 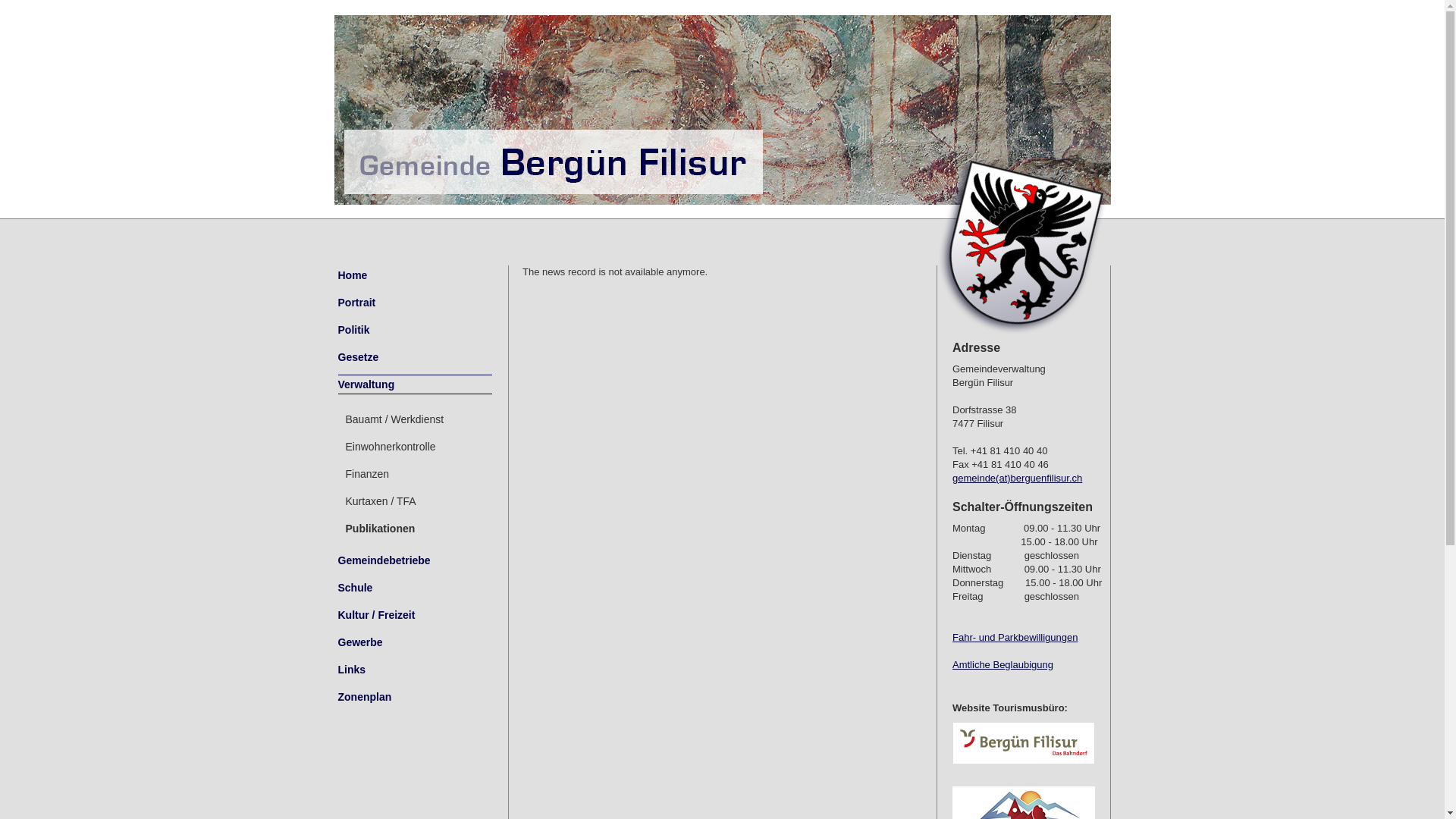 What do you see at coordinates (337, 587) in the screenshot?
I see `'Schule'` at bounding box center [337, 587].